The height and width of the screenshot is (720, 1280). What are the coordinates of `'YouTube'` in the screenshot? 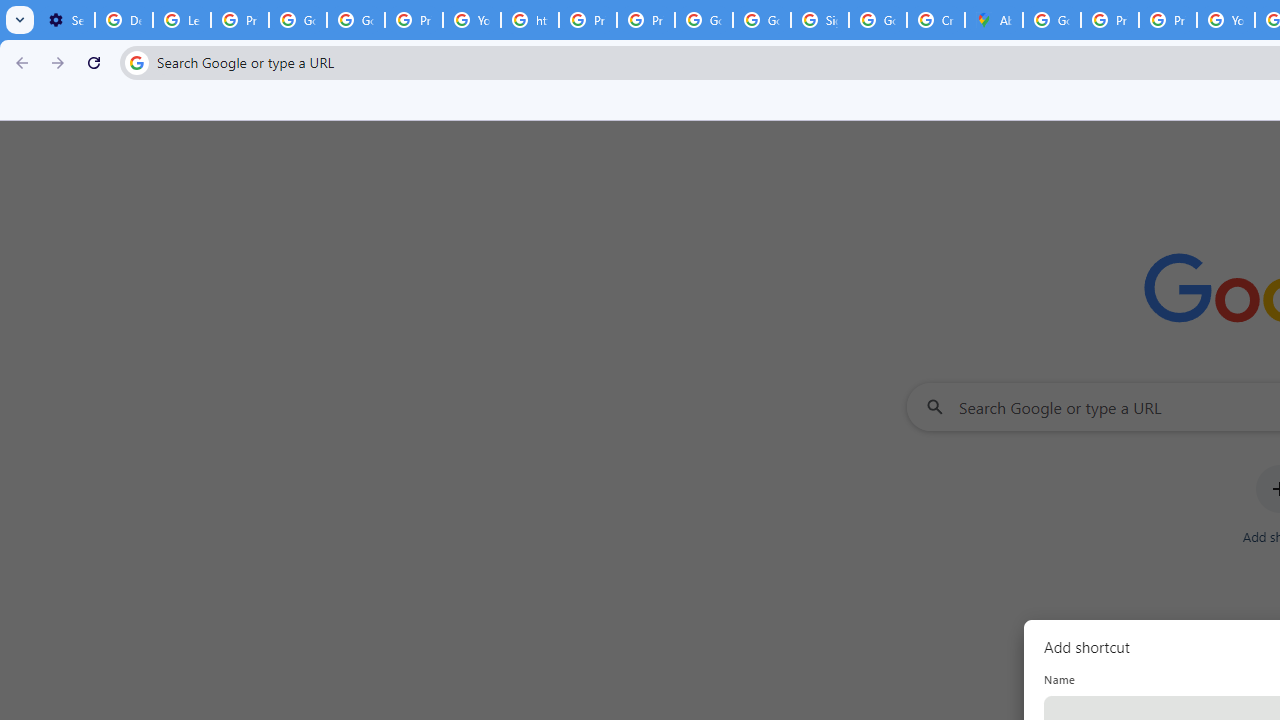 It's located at (470, 20).